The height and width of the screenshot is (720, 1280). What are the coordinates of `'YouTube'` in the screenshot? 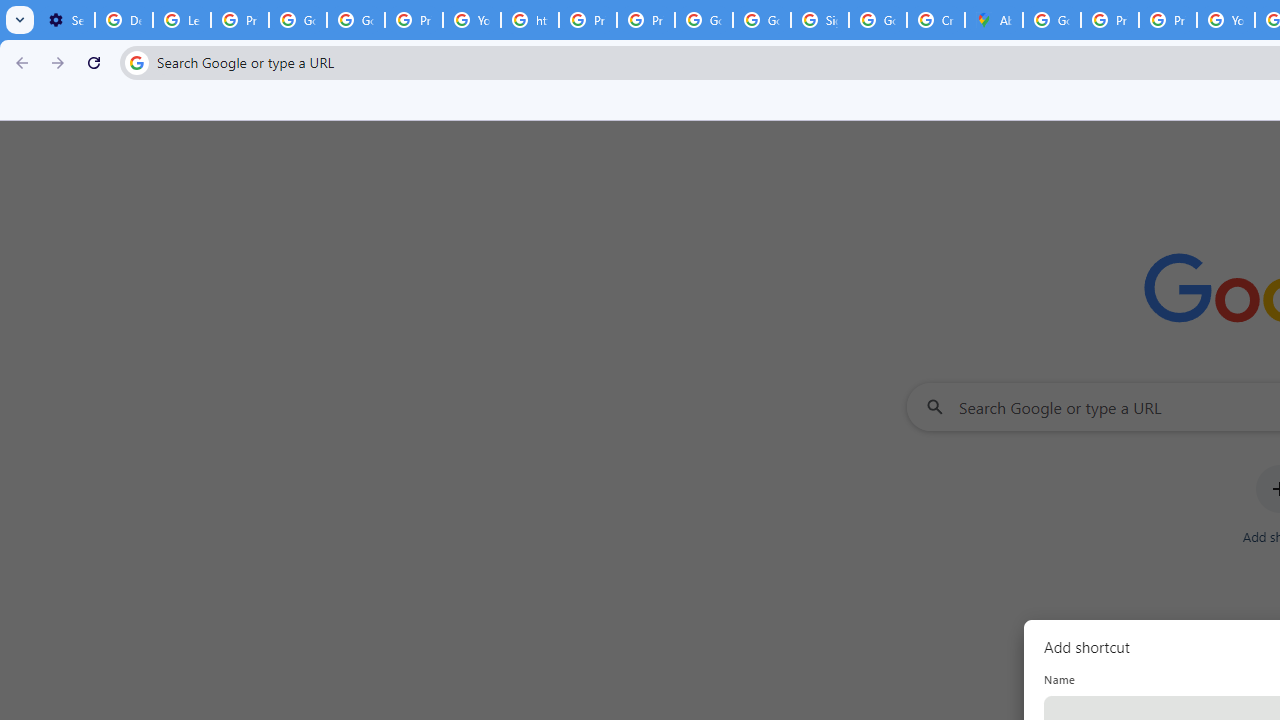 It's located at (470, 20).